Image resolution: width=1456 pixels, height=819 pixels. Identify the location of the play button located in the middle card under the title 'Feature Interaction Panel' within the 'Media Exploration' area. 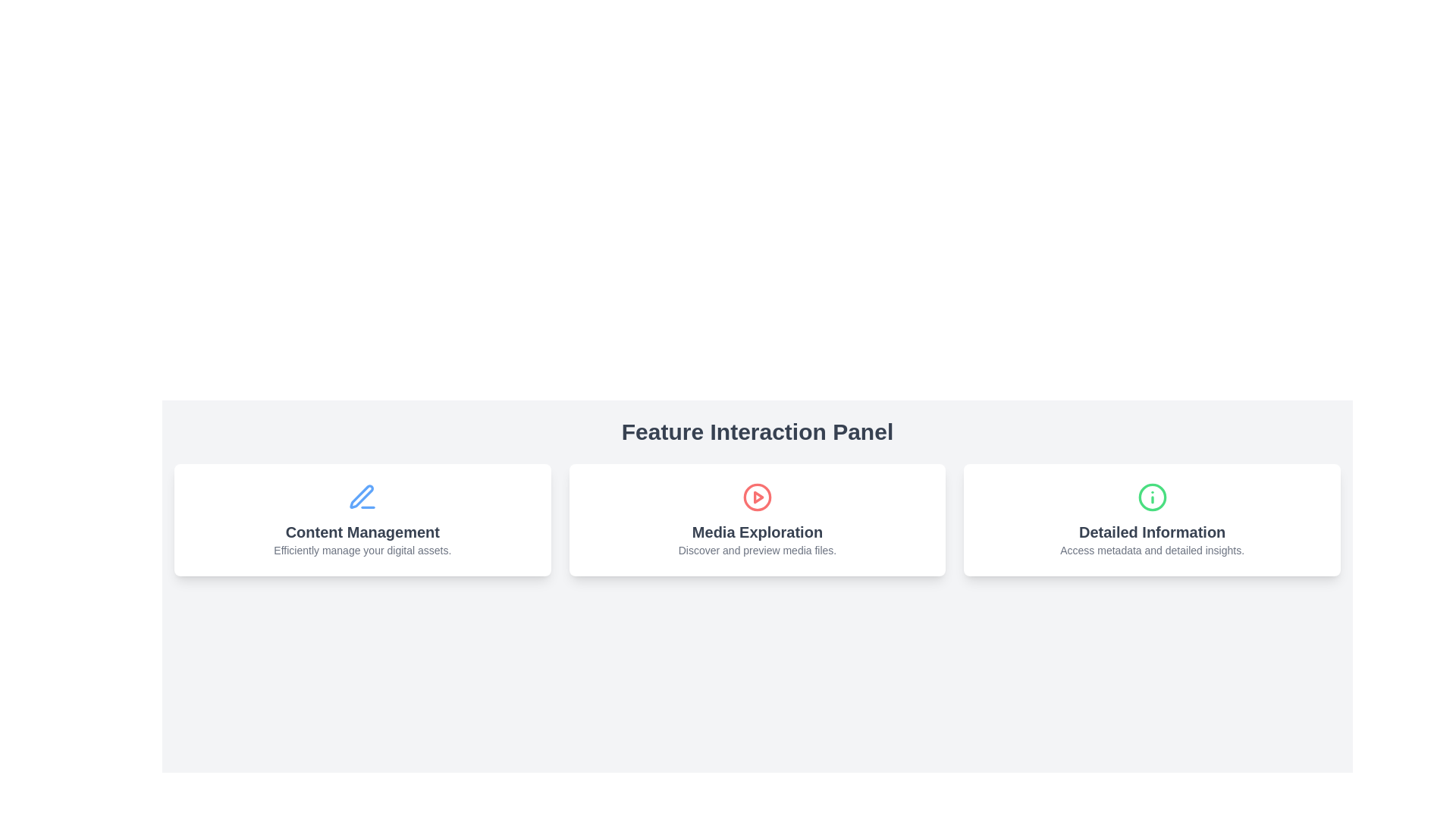
(758, 497).